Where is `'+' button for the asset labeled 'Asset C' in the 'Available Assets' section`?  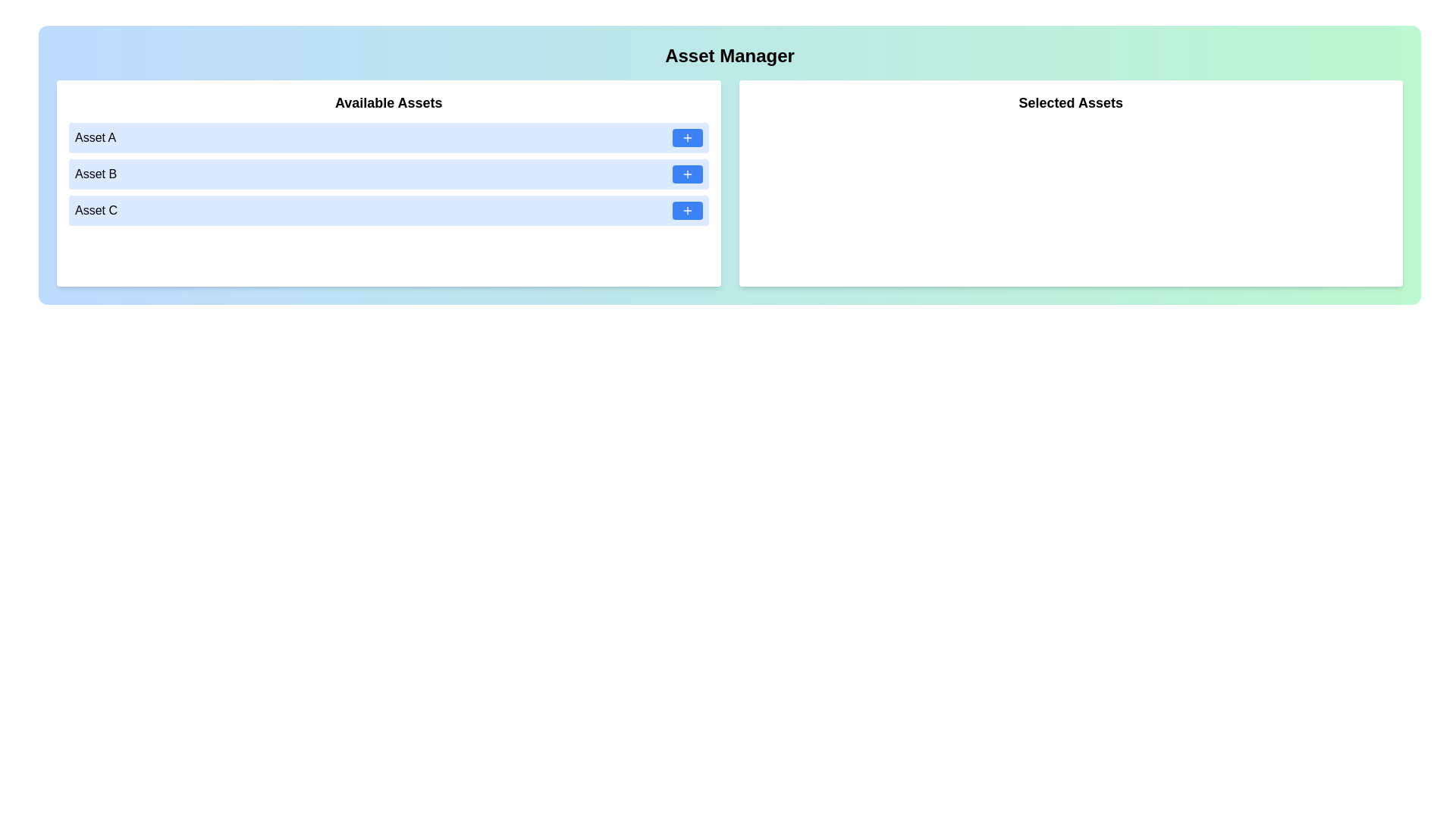 '+' button for the asset labeled 'Asset C' in the 'Available Assets' section is located at coordinates (686, 210).